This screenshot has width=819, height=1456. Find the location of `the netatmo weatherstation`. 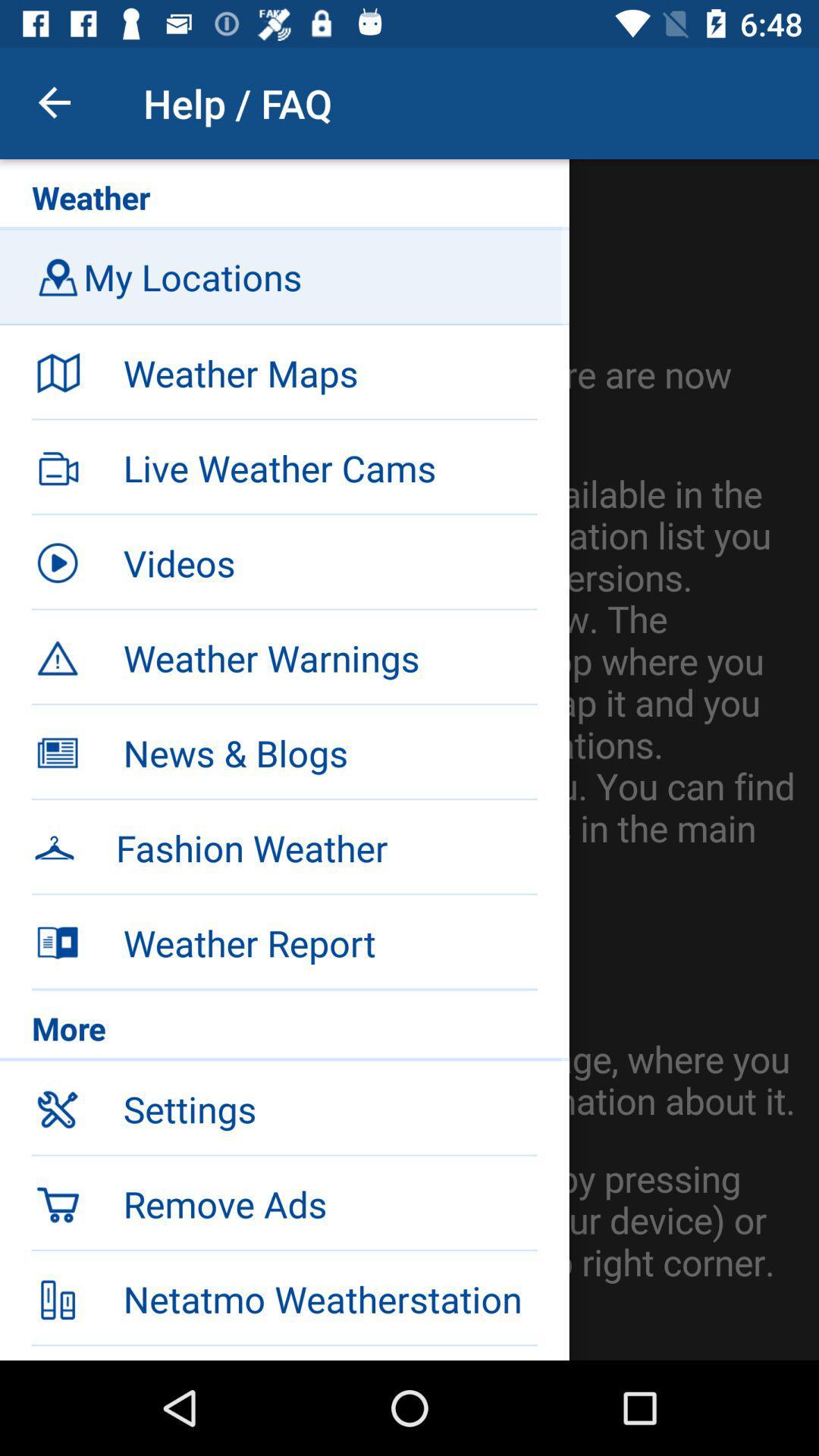

the netatmo weatherstation is located at coordinates (329, 1298).